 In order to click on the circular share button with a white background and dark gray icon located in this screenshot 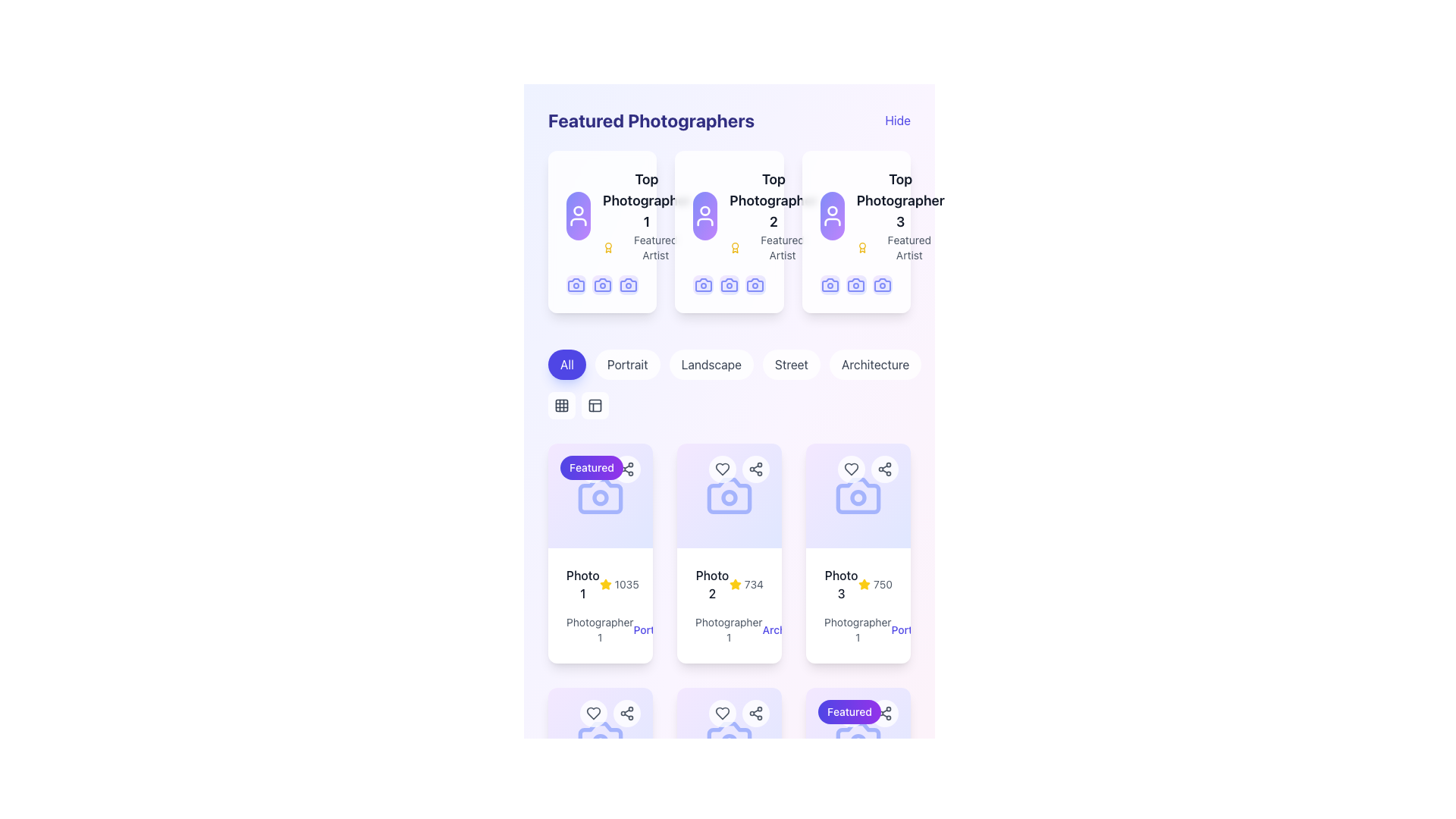, I will do `click(884, 468)`.